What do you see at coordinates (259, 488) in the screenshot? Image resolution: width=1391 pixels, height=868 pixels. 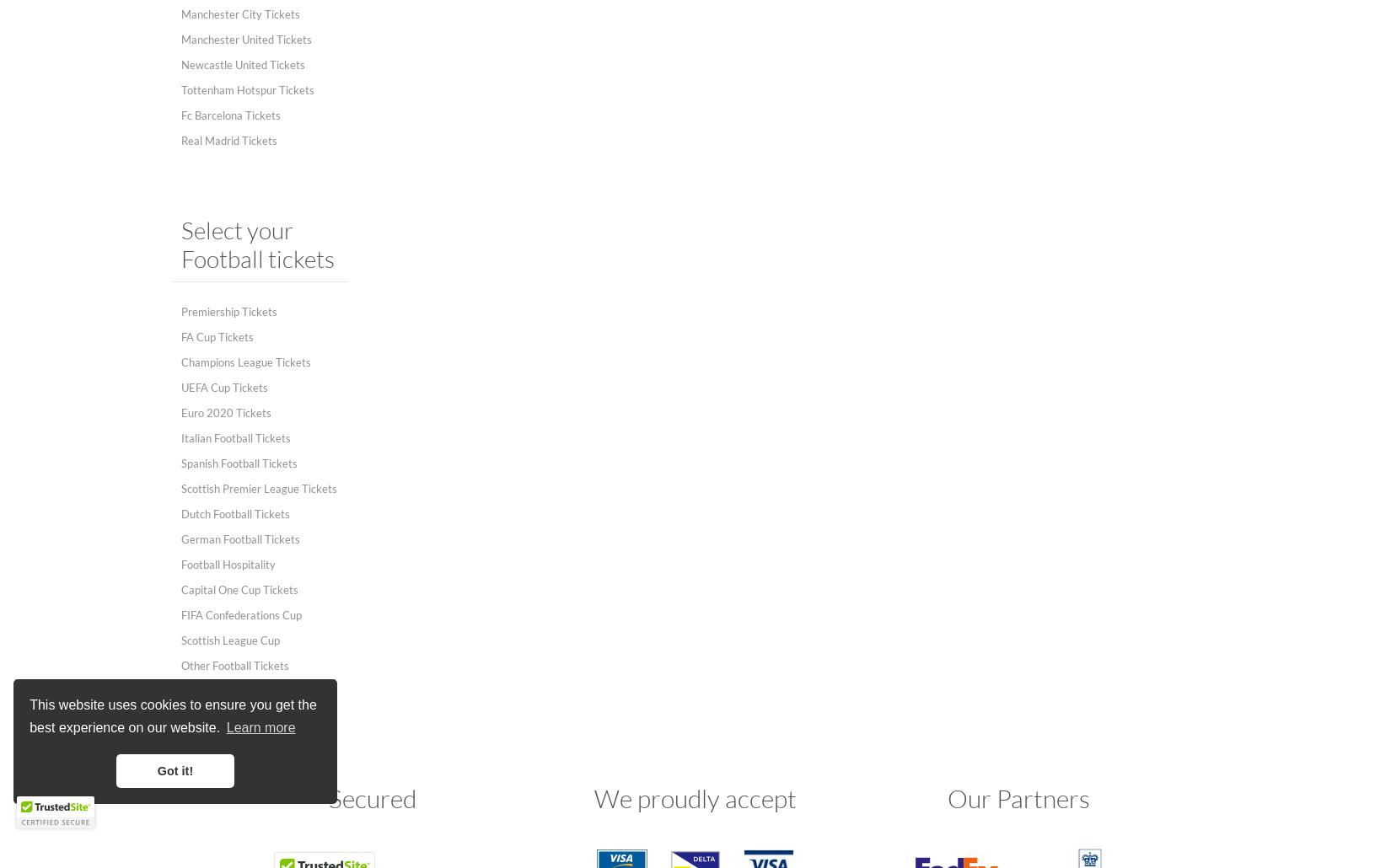 I see `'Scottish Premier League Tickets'` at bounding box center [259, 488].